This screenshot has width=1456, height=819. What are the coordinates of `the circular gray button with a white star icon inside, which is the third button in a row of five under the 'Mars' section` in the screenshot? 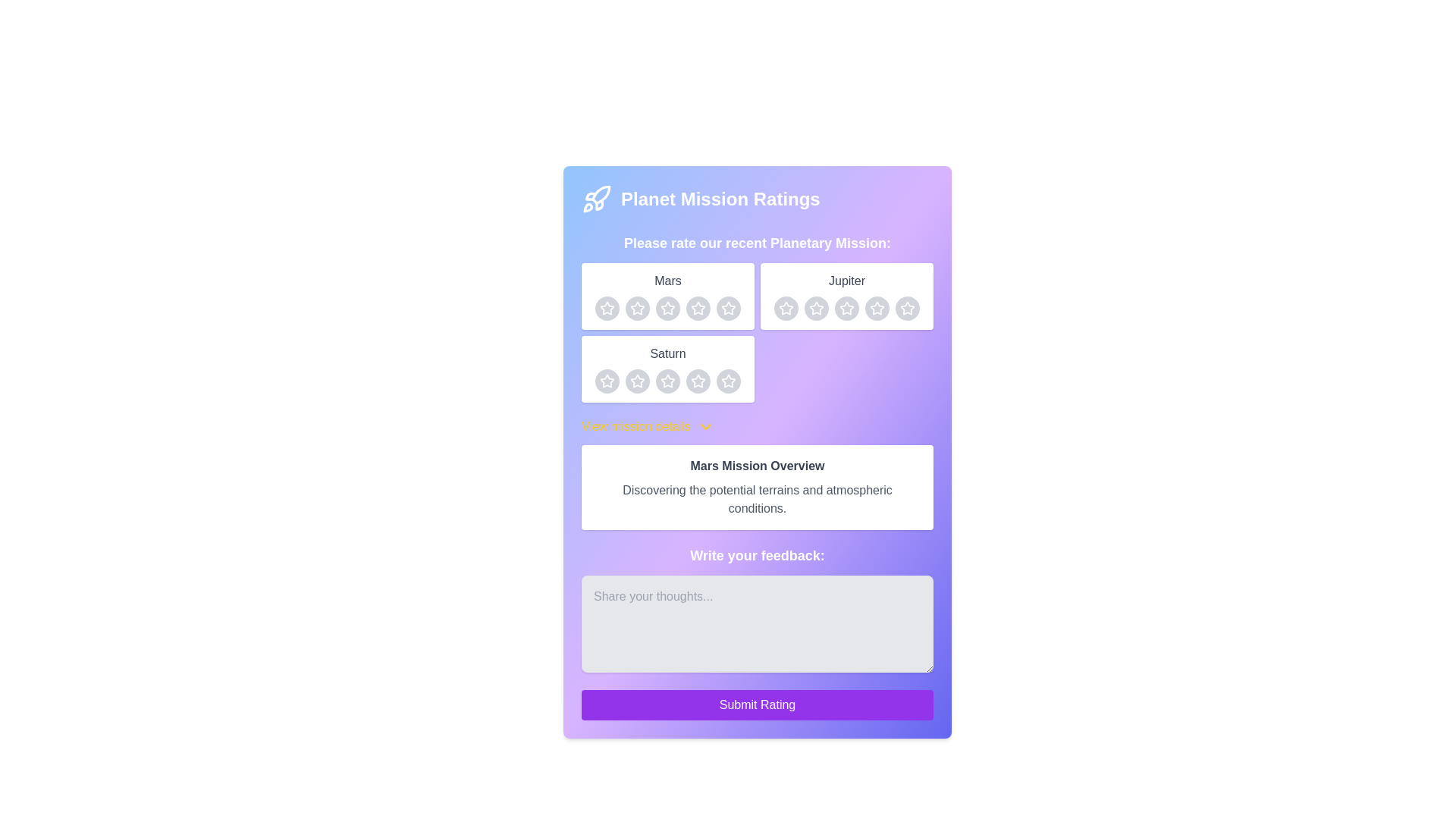 It's located at (667, 308).